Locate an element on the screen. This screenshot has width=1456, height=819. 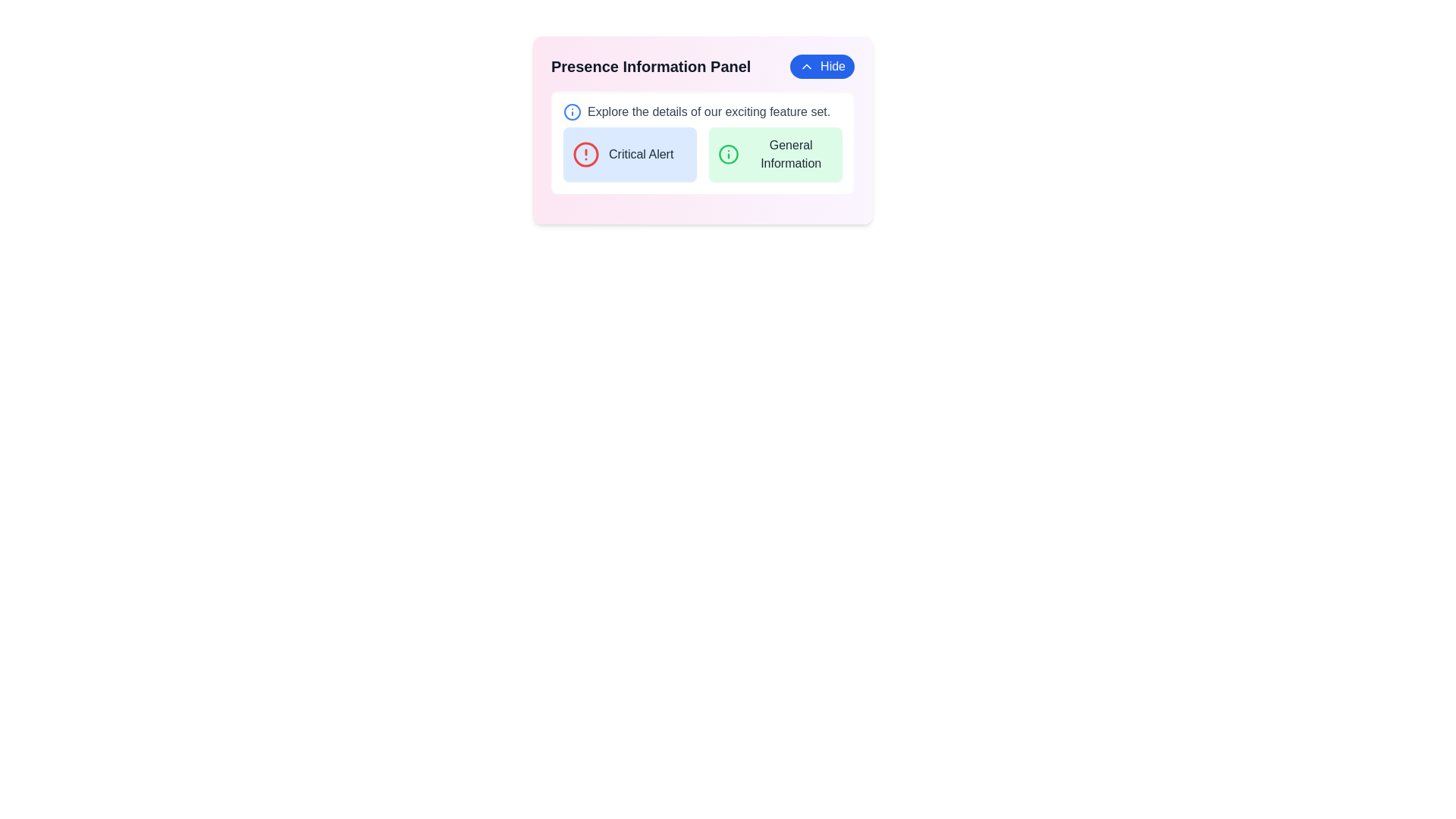
the text label displaying 'Presence Information Panel', which is a bold, extra-large font header aligned to the left, adjacent to the 'Hide' button is located at coordinates (651, 66).